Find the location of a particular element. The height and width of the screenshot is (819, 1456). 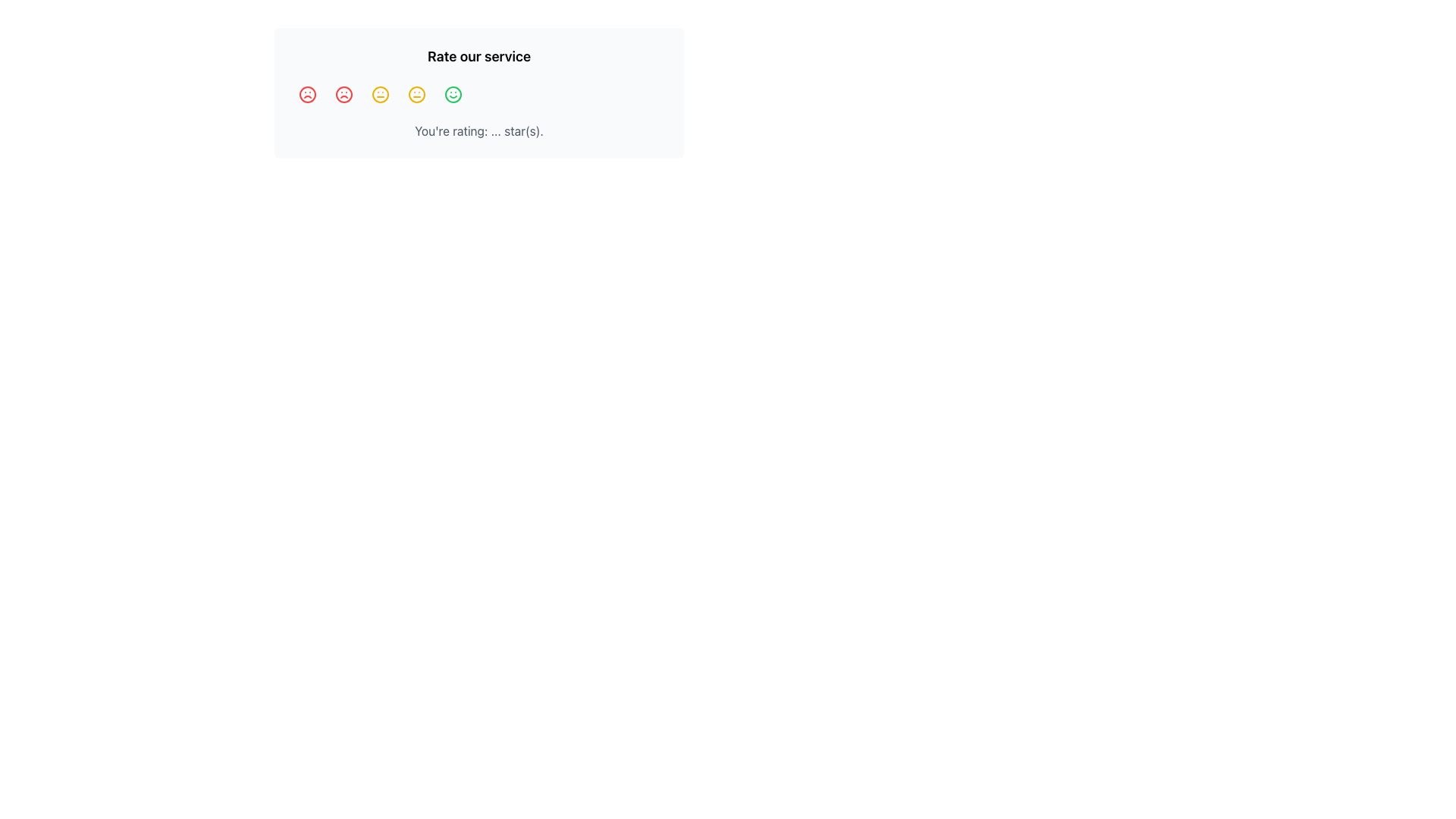

the SVG circle element that represents the 'neutral' rating option, which is the base circle of the third icon in a horizontal set of five emoji-like symbols, located slightly below the heading 'Rate our service' is located at coordinates (417, 94).